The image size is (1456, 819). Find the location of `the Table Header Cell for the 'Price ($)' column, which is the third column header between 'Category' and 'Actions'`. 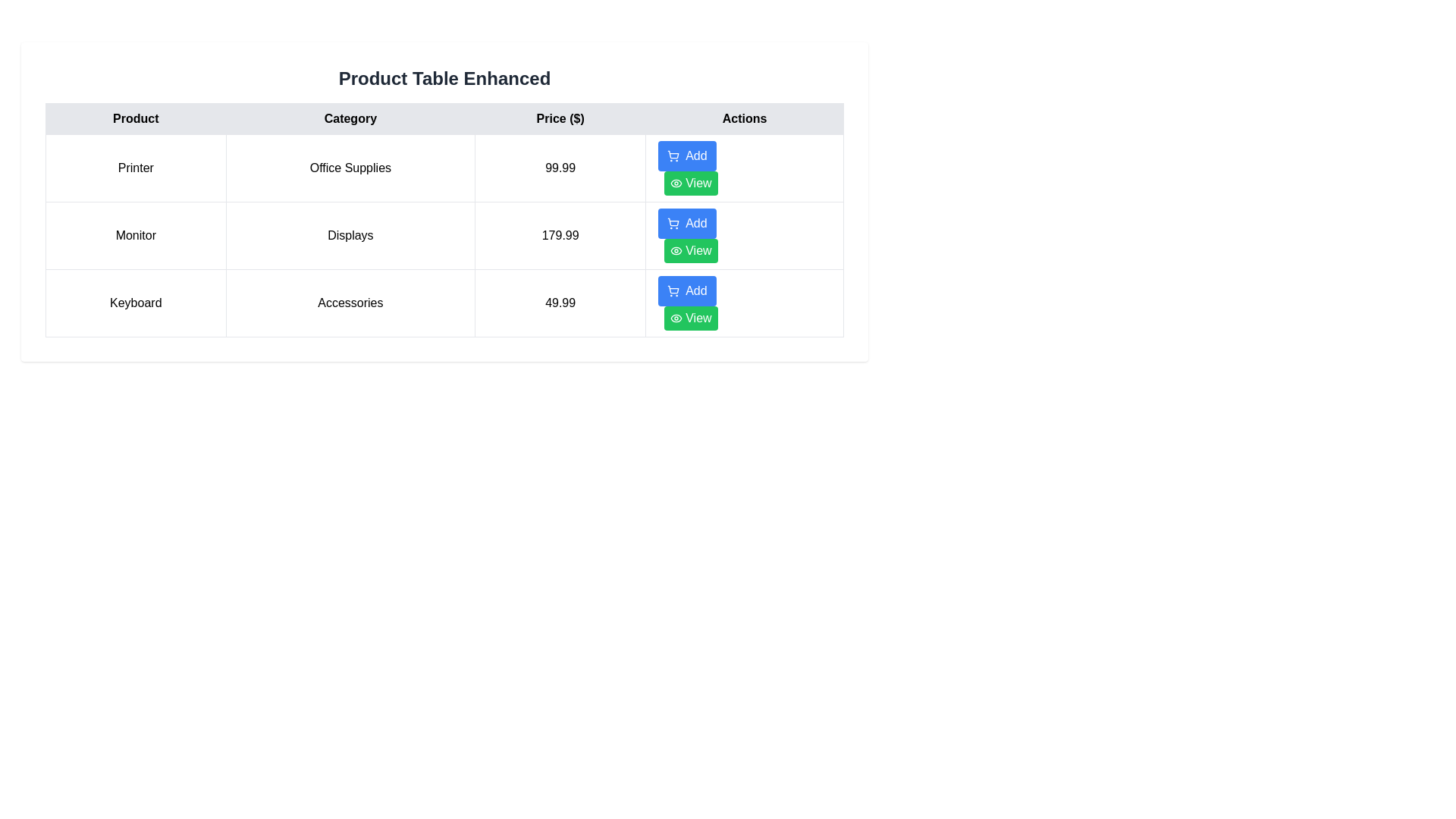

the Table Header Cell for the 'Price ($)' column, which is the third column header between 'Category' and 'Actions' is located at coordinates (560, 118).